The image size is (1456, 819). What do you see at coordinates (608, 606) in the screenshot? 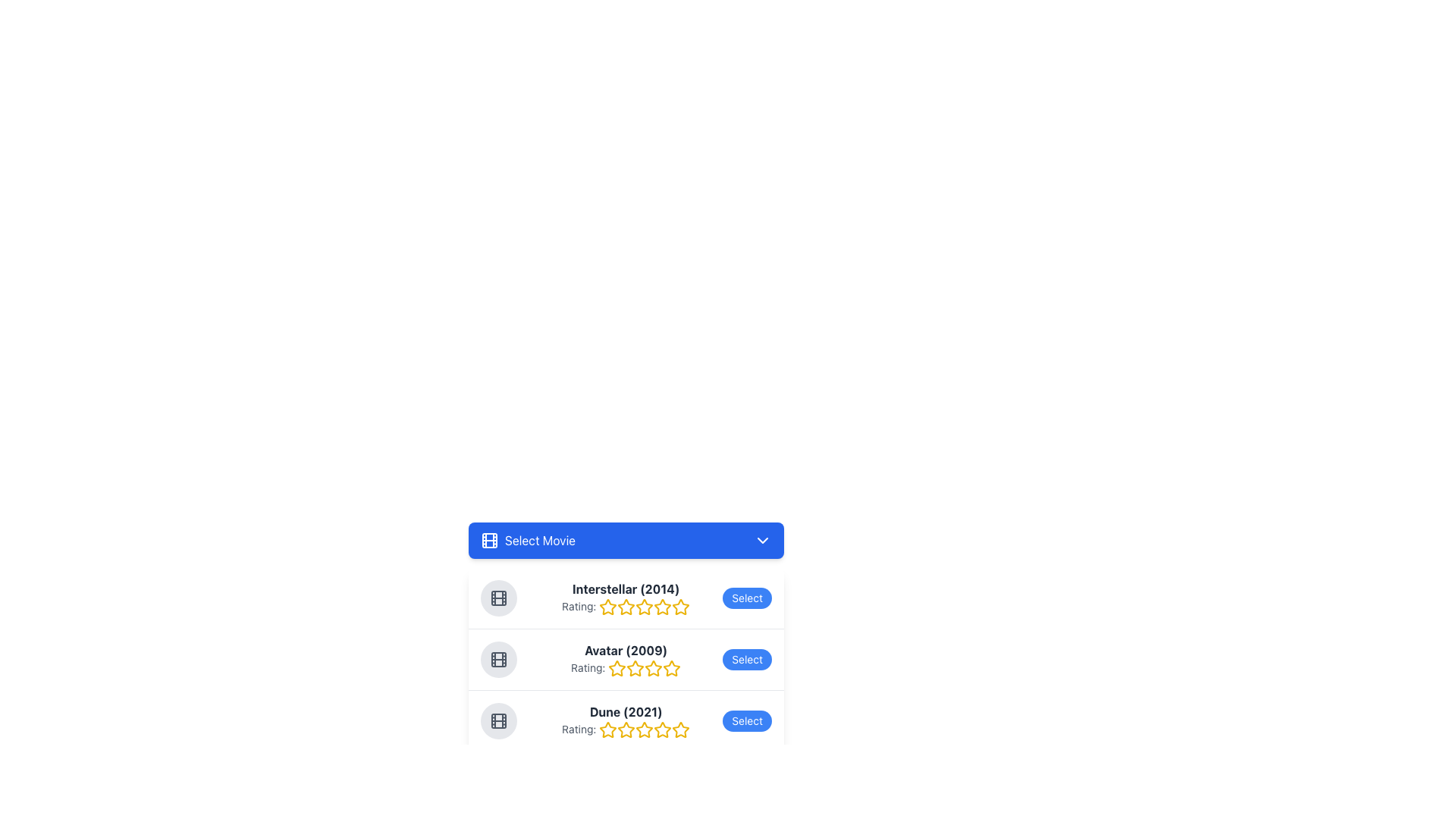
I see `the first yellow star in the rating sequence for the movie 'Interstellar (2014)'` at bounding box center [608, 606].